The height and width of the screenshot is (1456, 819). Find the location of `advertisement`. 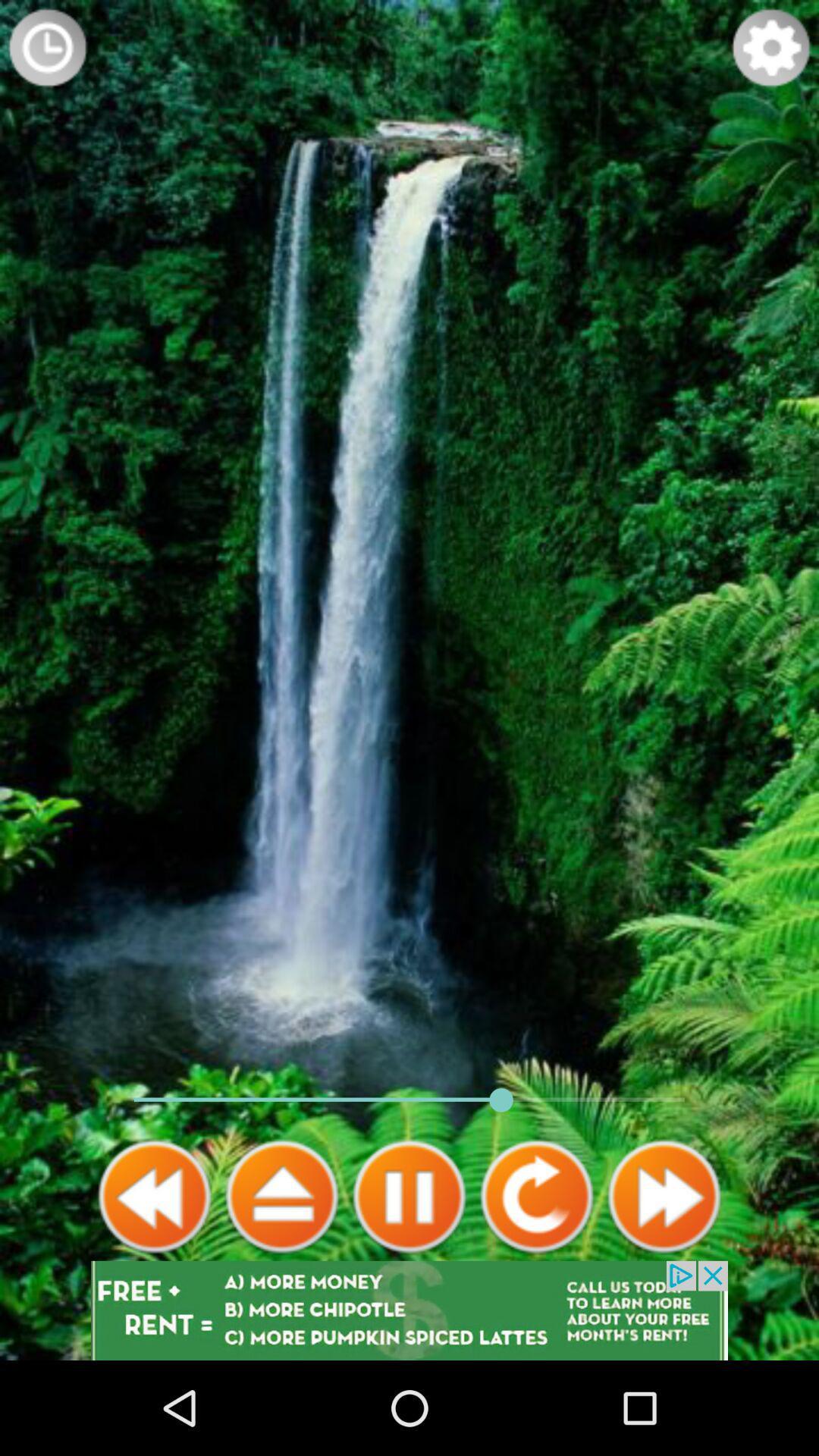

advertisement is located at coordinates (409, 1310).